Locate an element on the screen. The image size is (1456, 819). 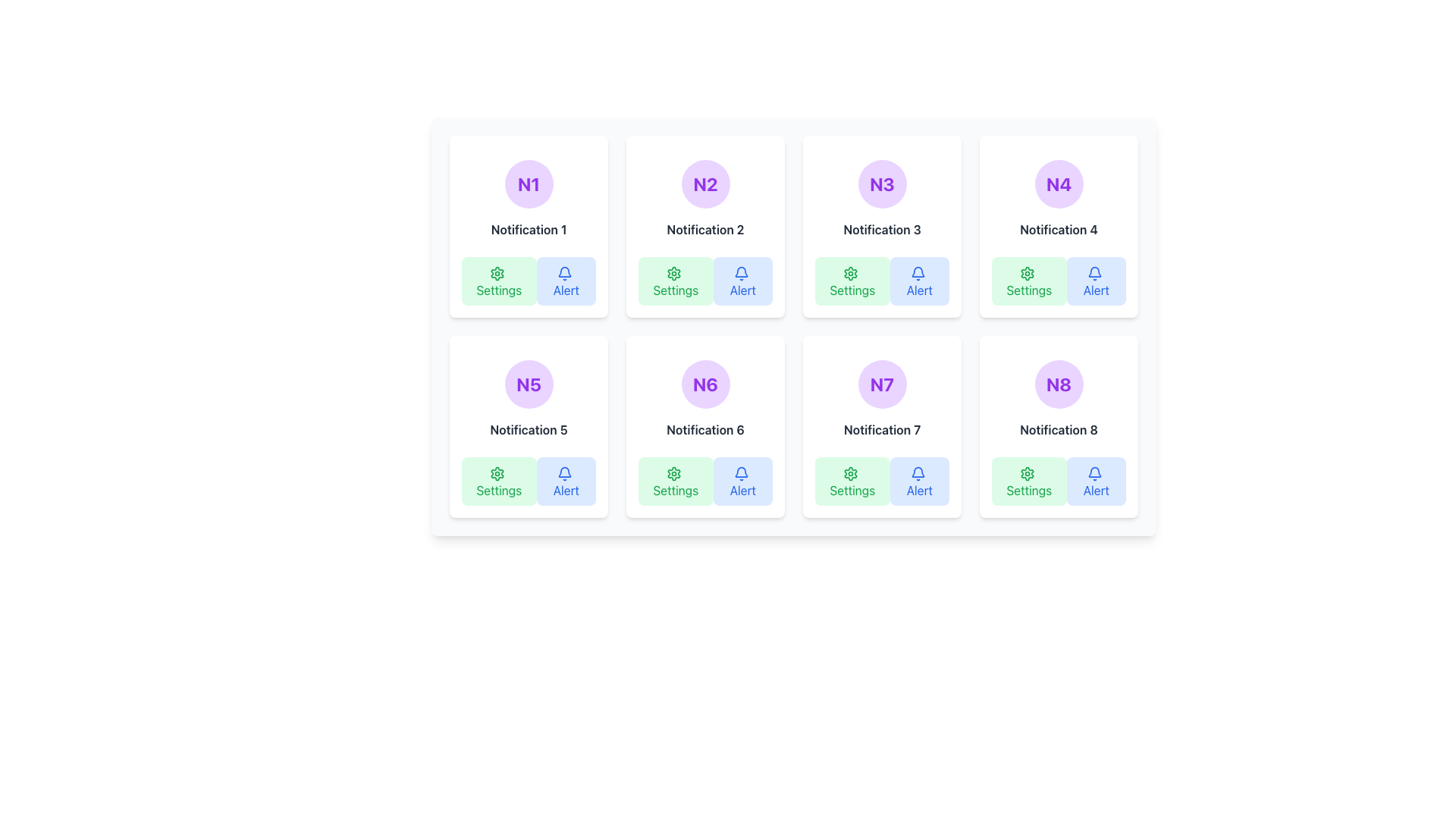
alert button in Notification 7, located in the second row and third column of the grid, to explore additional features is located at coordinates (918, 482).